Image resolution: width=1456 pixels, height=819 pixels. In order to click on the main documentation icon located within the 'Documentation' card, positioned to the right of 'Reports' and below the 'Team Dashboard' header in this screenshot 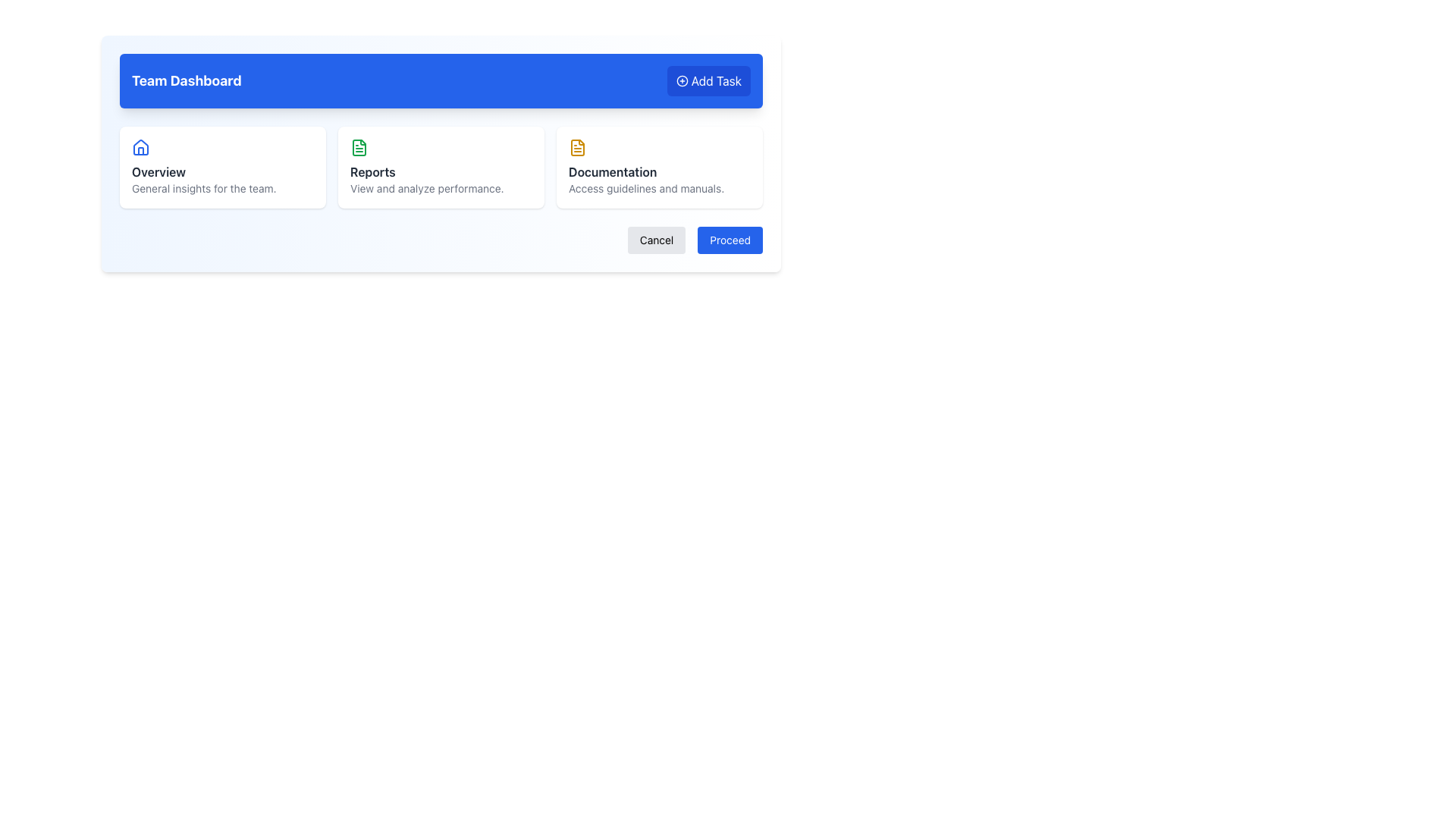, I will do `click(577, 148)`.